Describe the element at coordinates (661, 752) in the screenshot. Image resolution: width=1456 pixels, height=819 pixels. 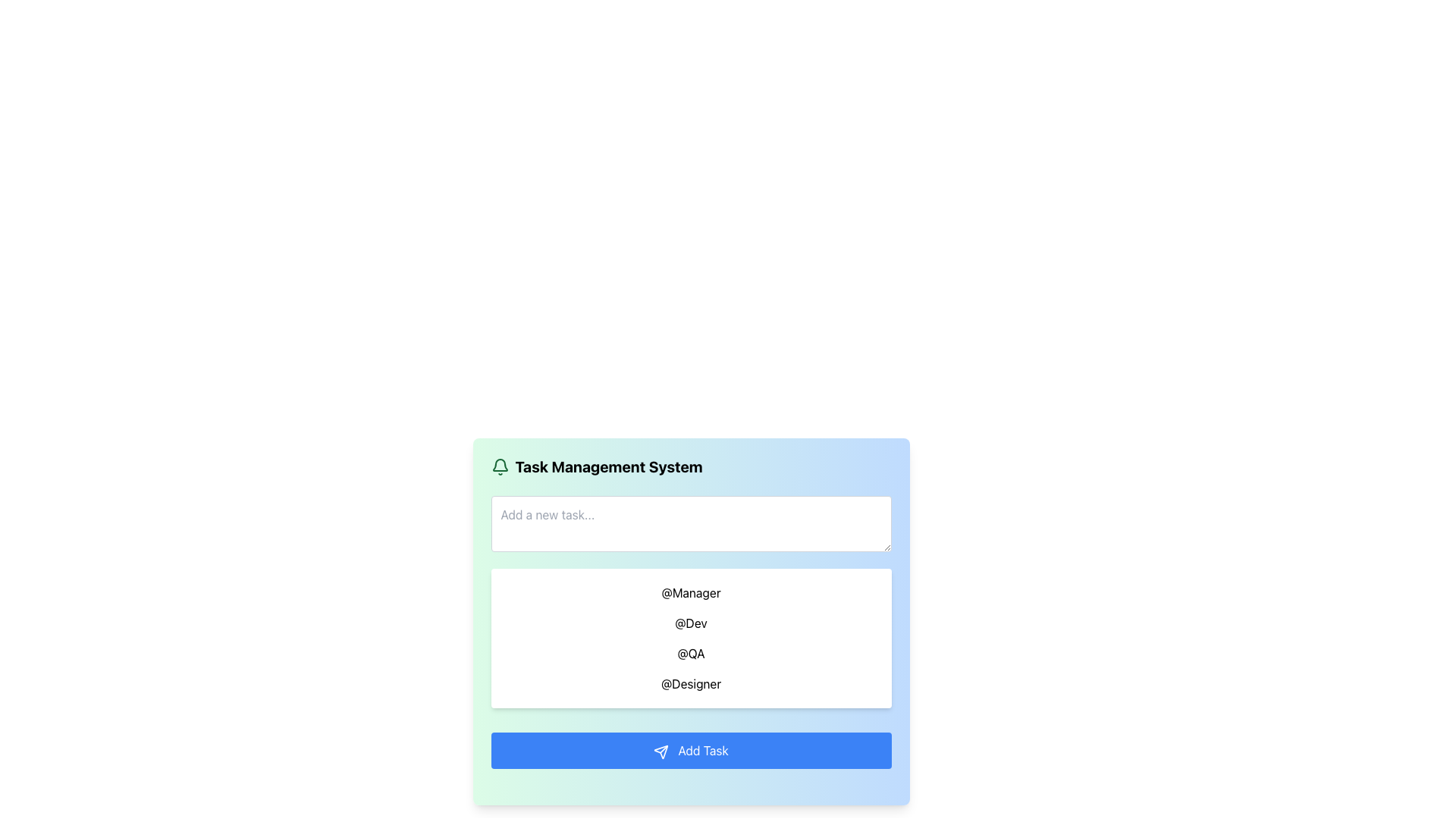
I see `the SVG icon resembling a paper airplane, which is located within the 'Add Task' button, positioned to the left of the 'Add Task' text label` at that location.